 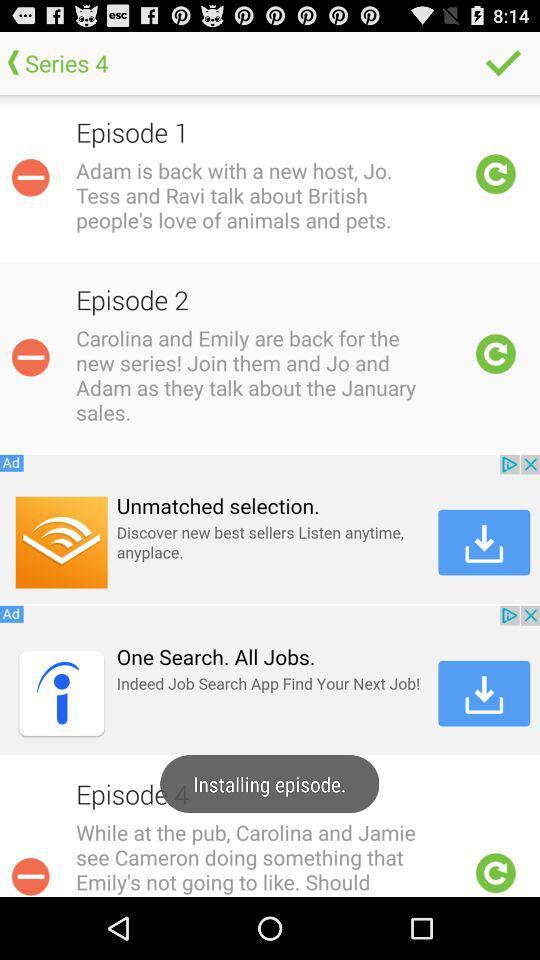 What do you see at coordinates (495, 354) in the screenshot?
I see `refresh episode` at bounding box center [495, 354].